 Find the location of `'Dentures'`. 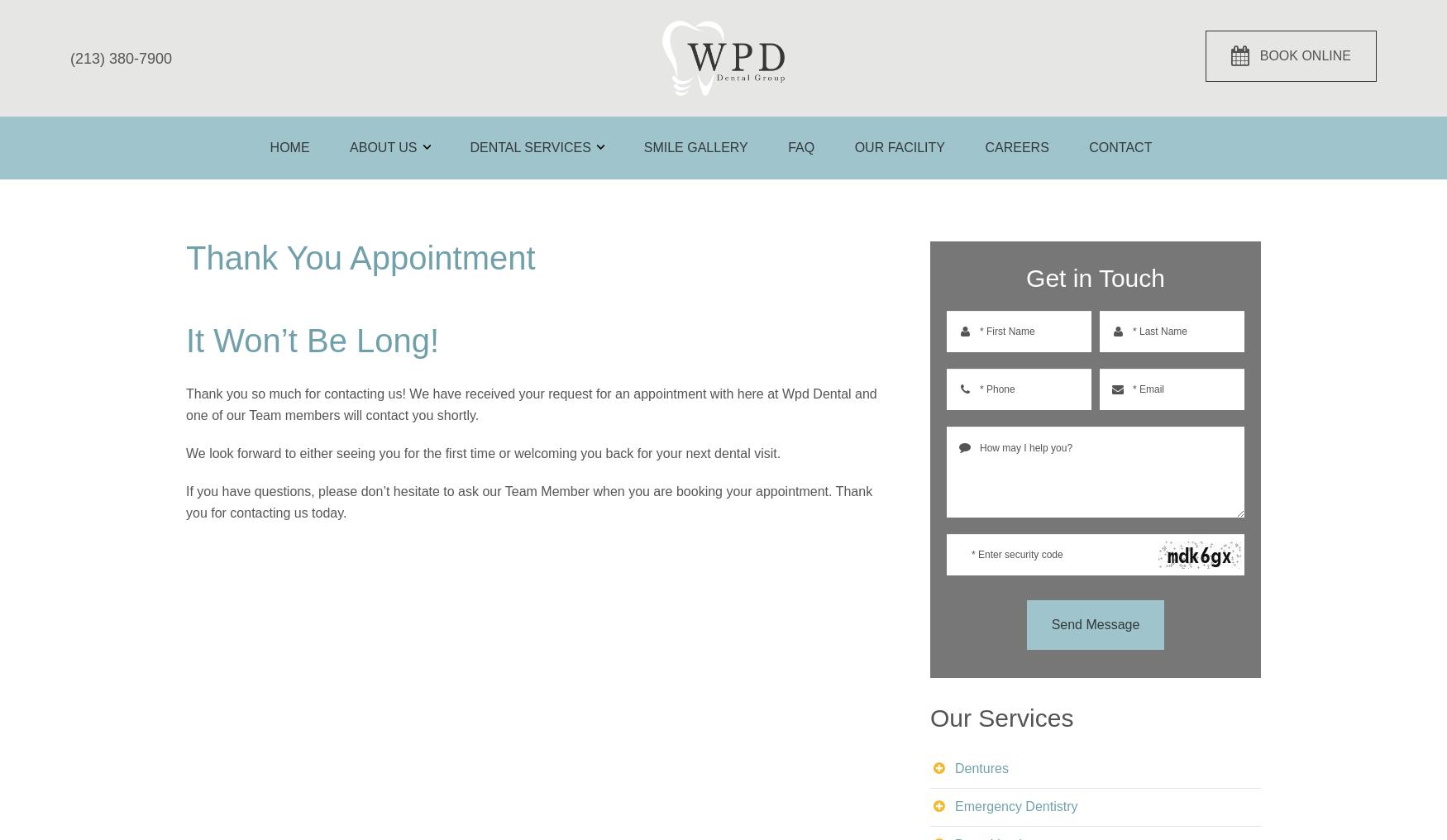

'Dentures' is located at coordinates (981, 766).